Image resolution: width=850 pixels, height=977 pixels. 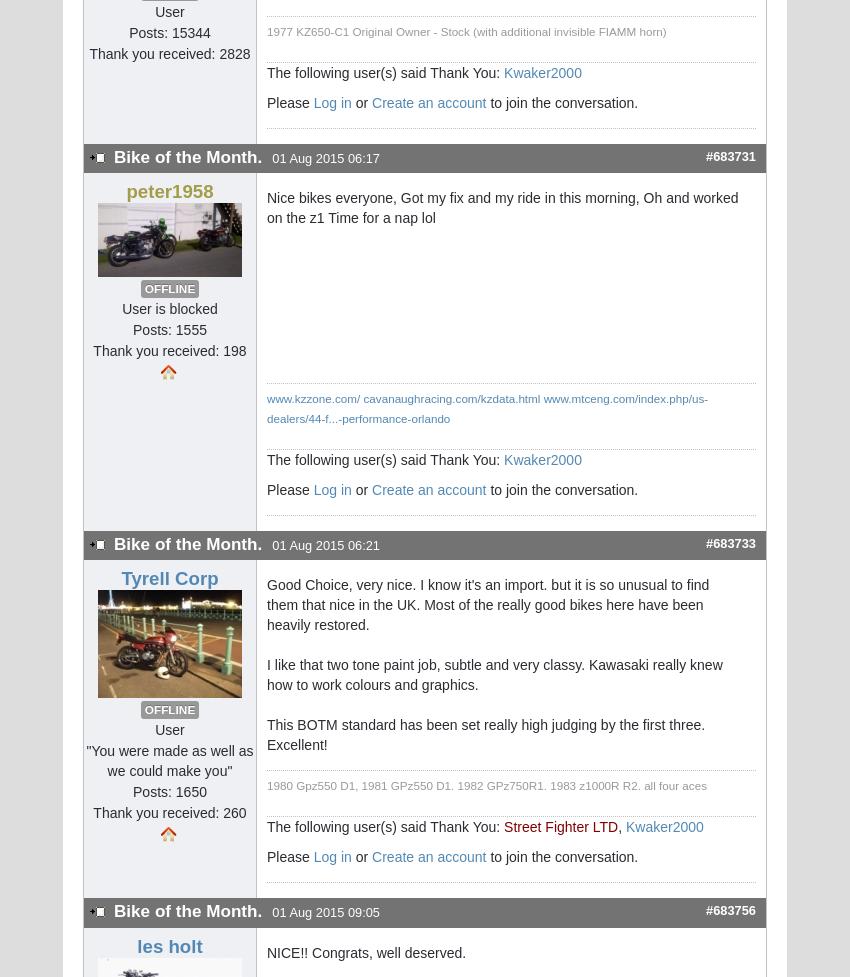 What do you see at coordinates (621, 826) in the screenshot?
I see `','` at bounding box center [621, 826].